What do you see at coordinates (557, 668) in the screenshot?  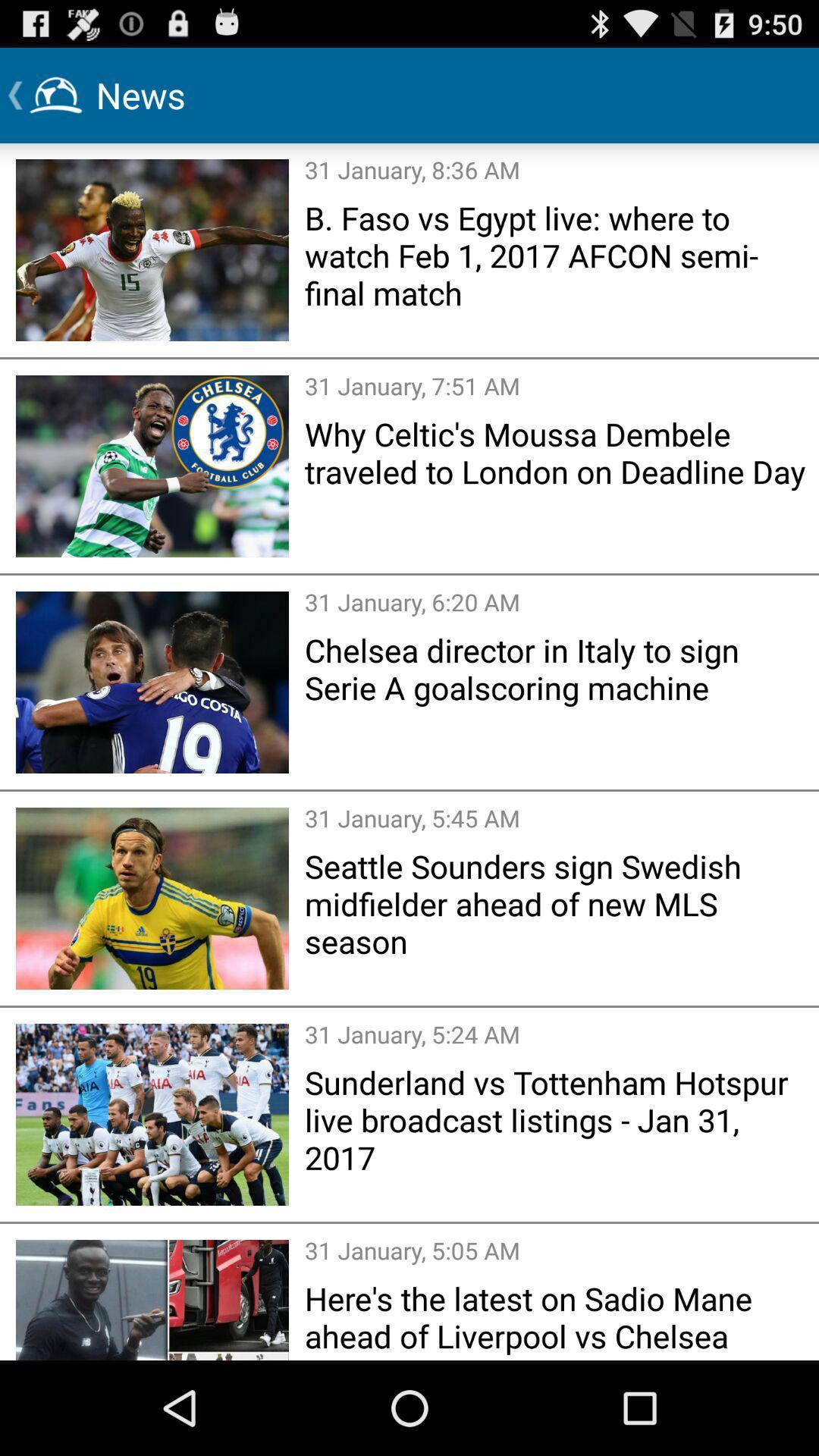 I see `icon above the 31 january 5 item` at bounding box center [557, 668].